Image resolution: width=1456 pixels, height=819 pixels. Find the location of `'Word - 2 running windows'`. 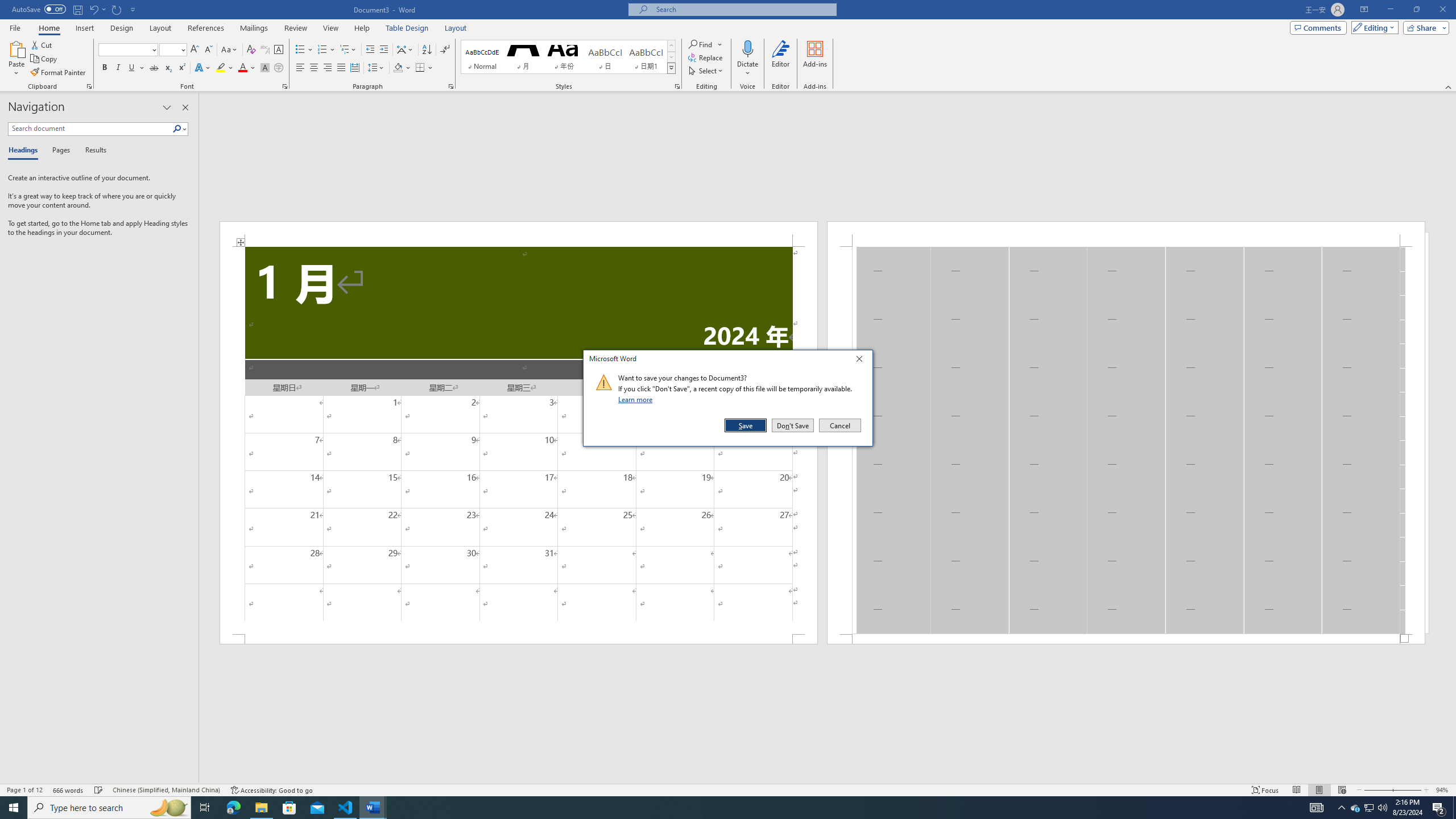

'Word - 2 running windows' is located at coordinates (373, 806).